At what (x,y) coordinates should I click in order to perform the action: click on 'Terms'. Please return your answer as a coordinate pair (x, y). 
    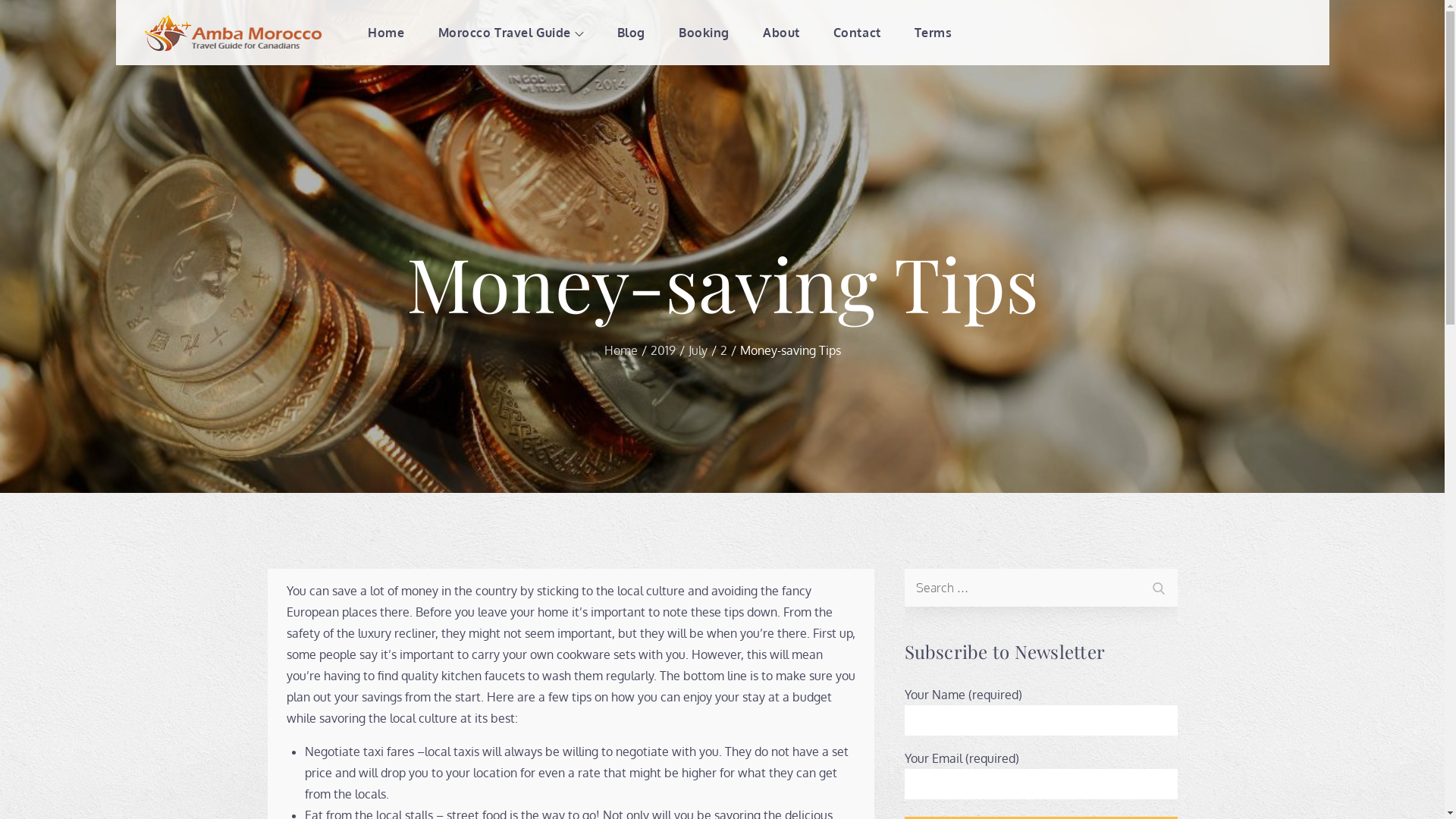
    Looking at the image, I should click on (932, 32).